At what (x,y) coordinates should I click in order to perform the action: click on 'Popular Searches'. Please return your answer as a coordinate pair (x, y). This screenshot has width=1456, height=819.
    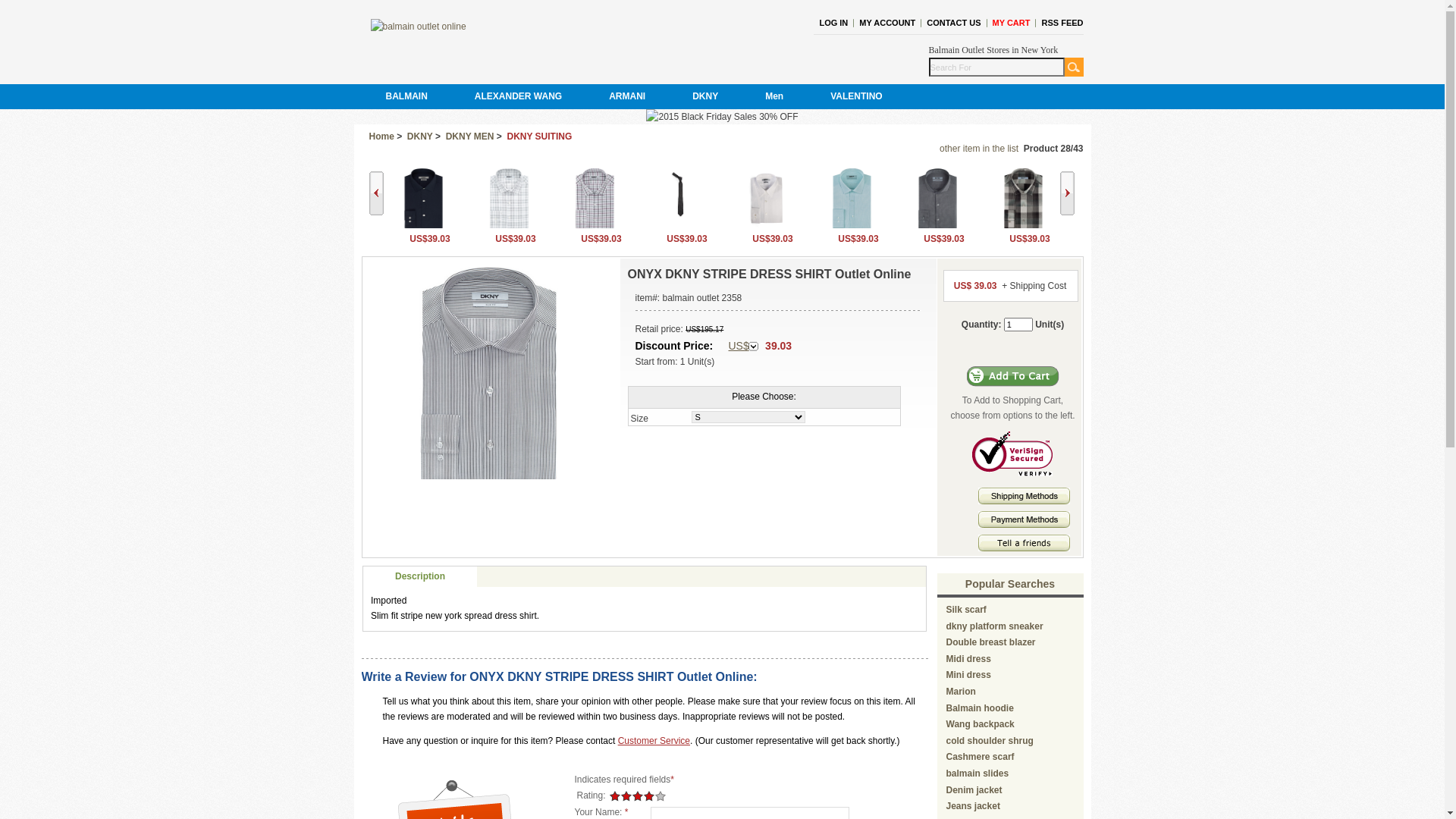
    Looking at the image, I should click on (964, 583).